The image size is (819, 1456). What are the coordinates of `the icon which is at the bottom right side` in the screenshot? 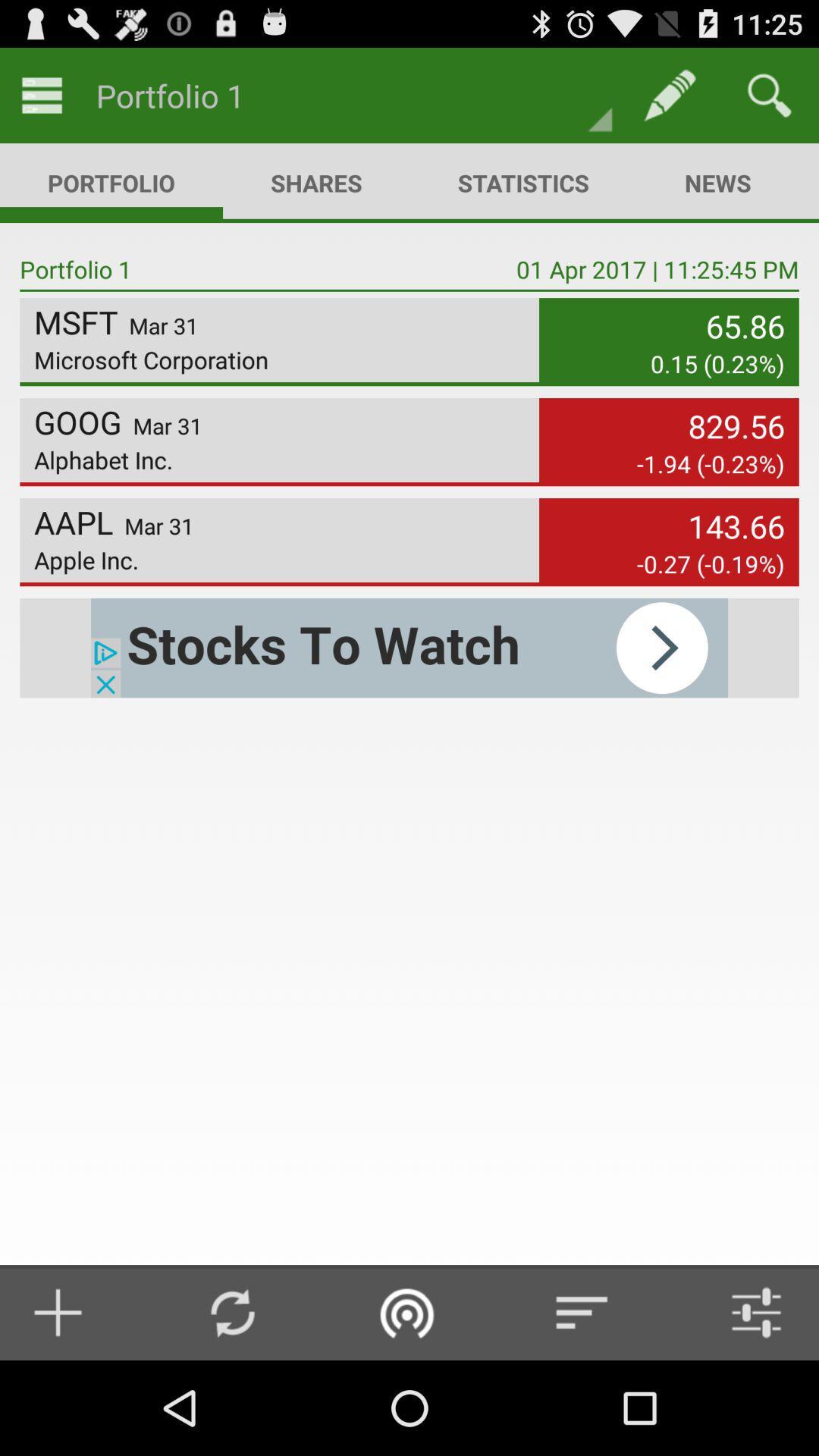 It's located at (743, 1312).